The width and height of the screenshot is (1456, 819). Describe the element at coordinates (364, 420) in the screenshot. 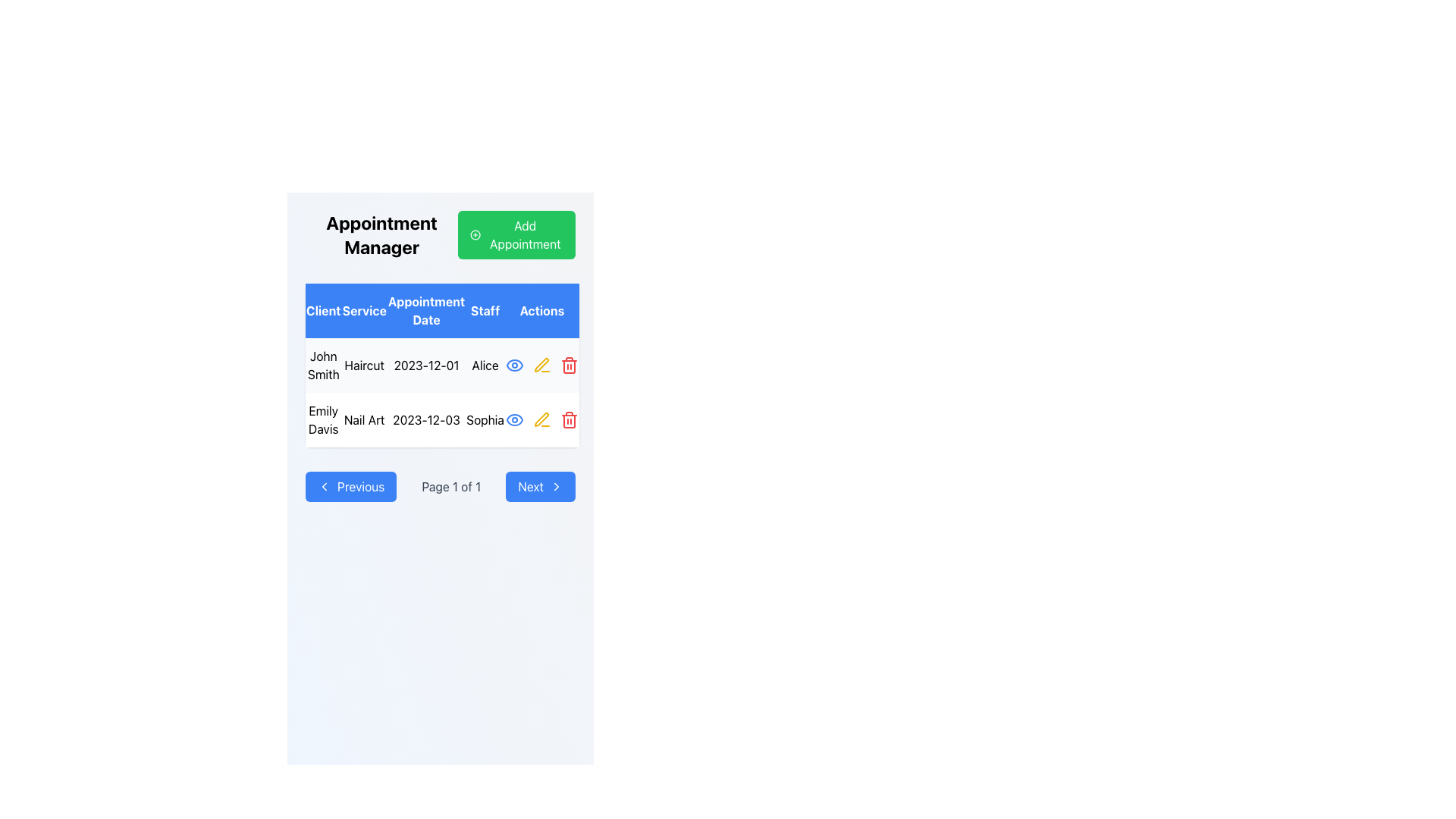

I see `the 'Nail Art' text label in the 'Service' column of the data table, which is aligned with 'Emily Davis' on its left and '2023-12-03' on its right` at that location.